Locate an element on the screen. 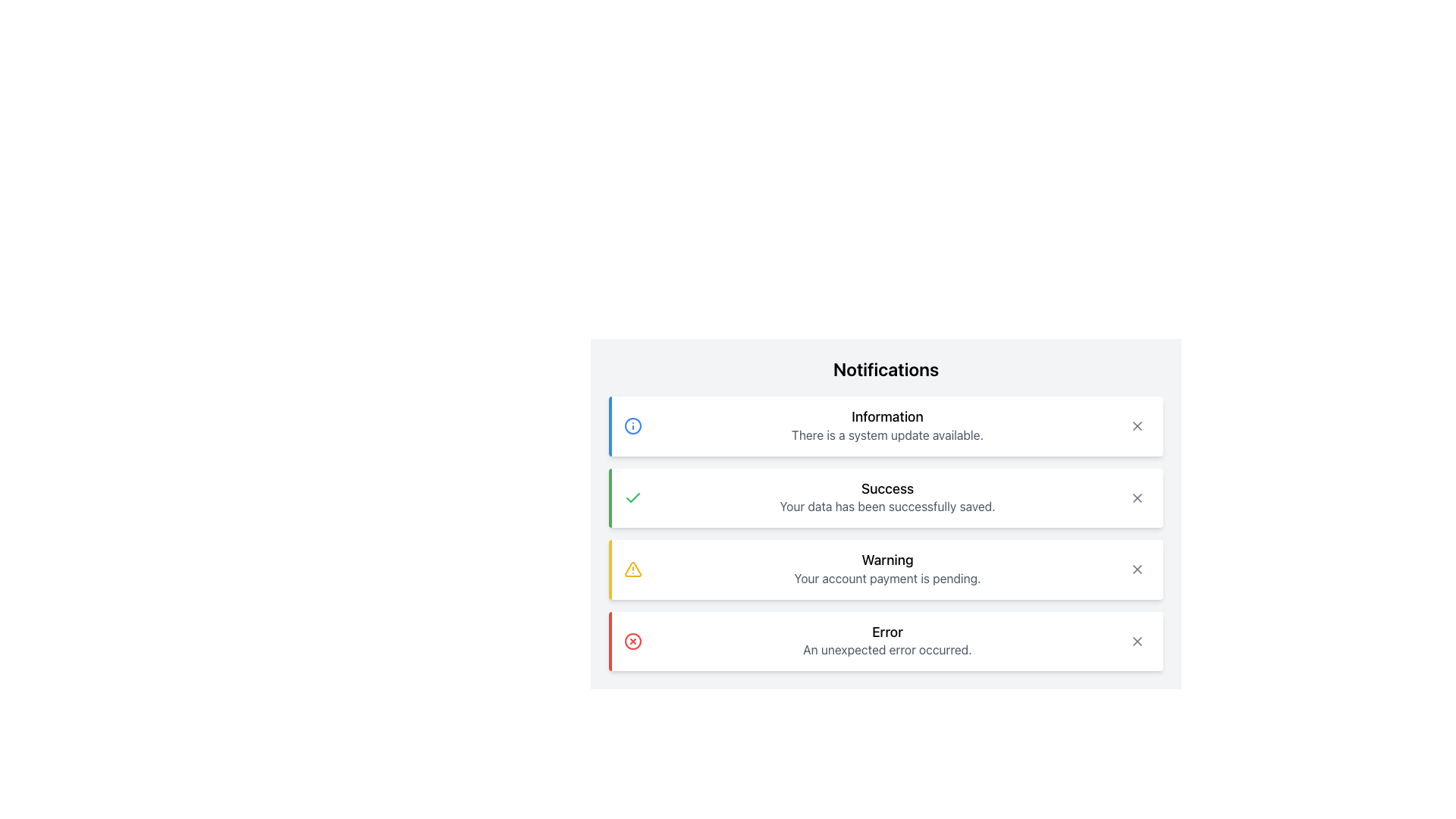 Image resolution: width=1456 pixels, height=819 pixels. the Circular Icon representing an informational message about a system update, located on the far-left of the 'Information' notification item is located at coordinates (633, 426).